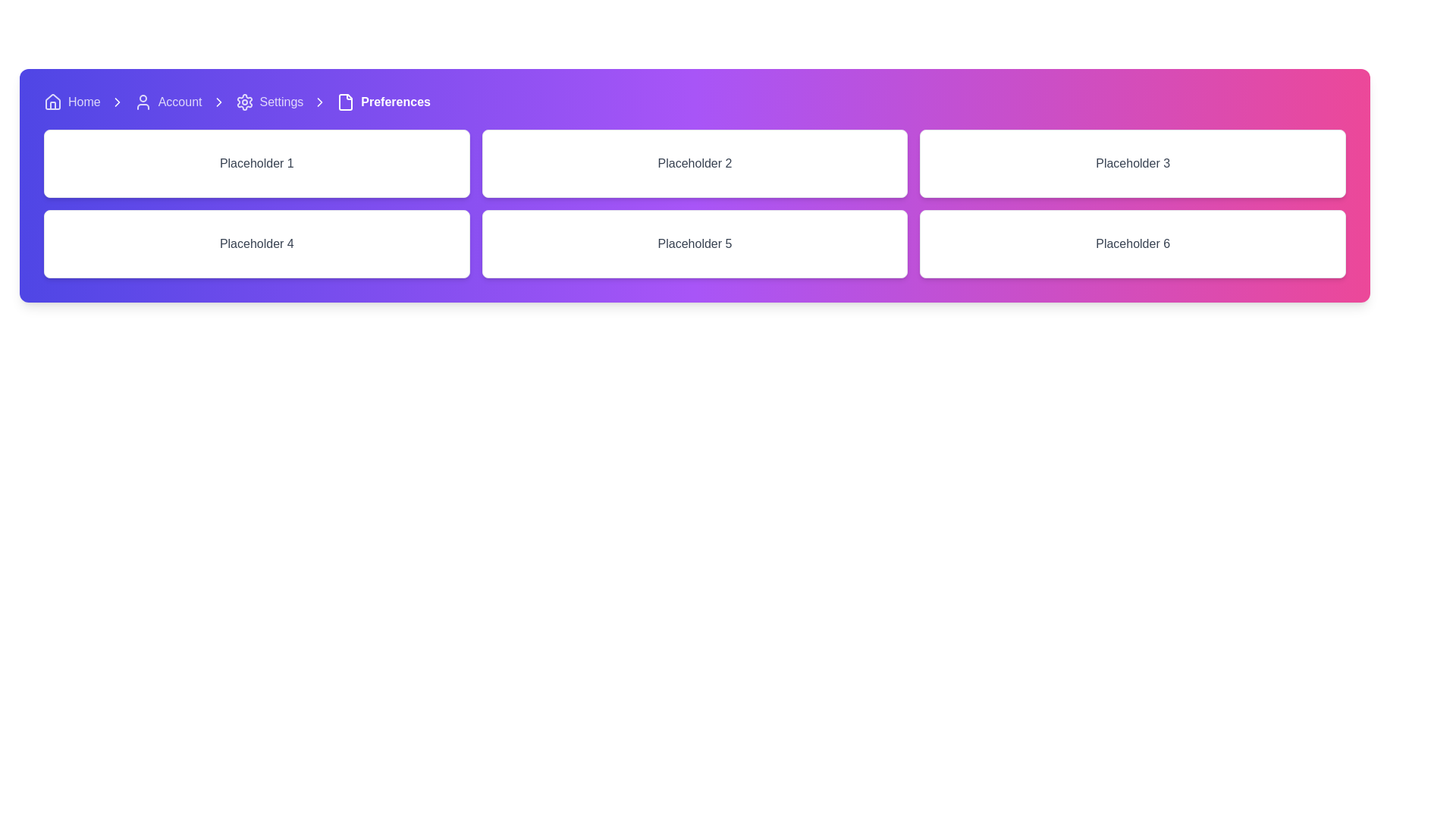  Describe the element at coordinates (71, 102) in the screenshot. I see `the 'Home' navigation link with text and icon located at the far left of the breadcrumb navigation bar` at that location.